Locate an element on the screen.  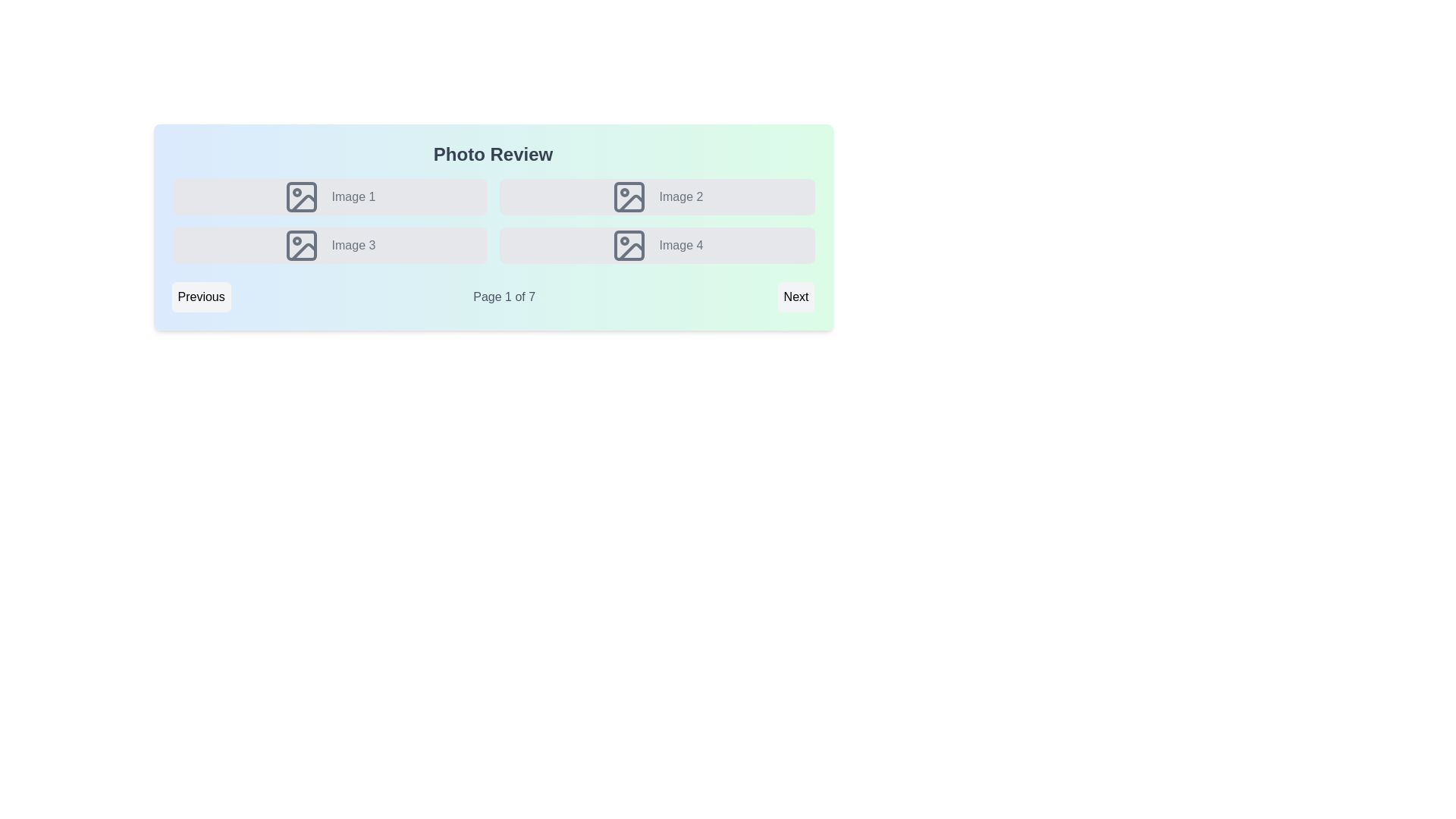
the 'Next' button located at the bottom right corner of the interface to change its background color is located at coordinates (795, 297).